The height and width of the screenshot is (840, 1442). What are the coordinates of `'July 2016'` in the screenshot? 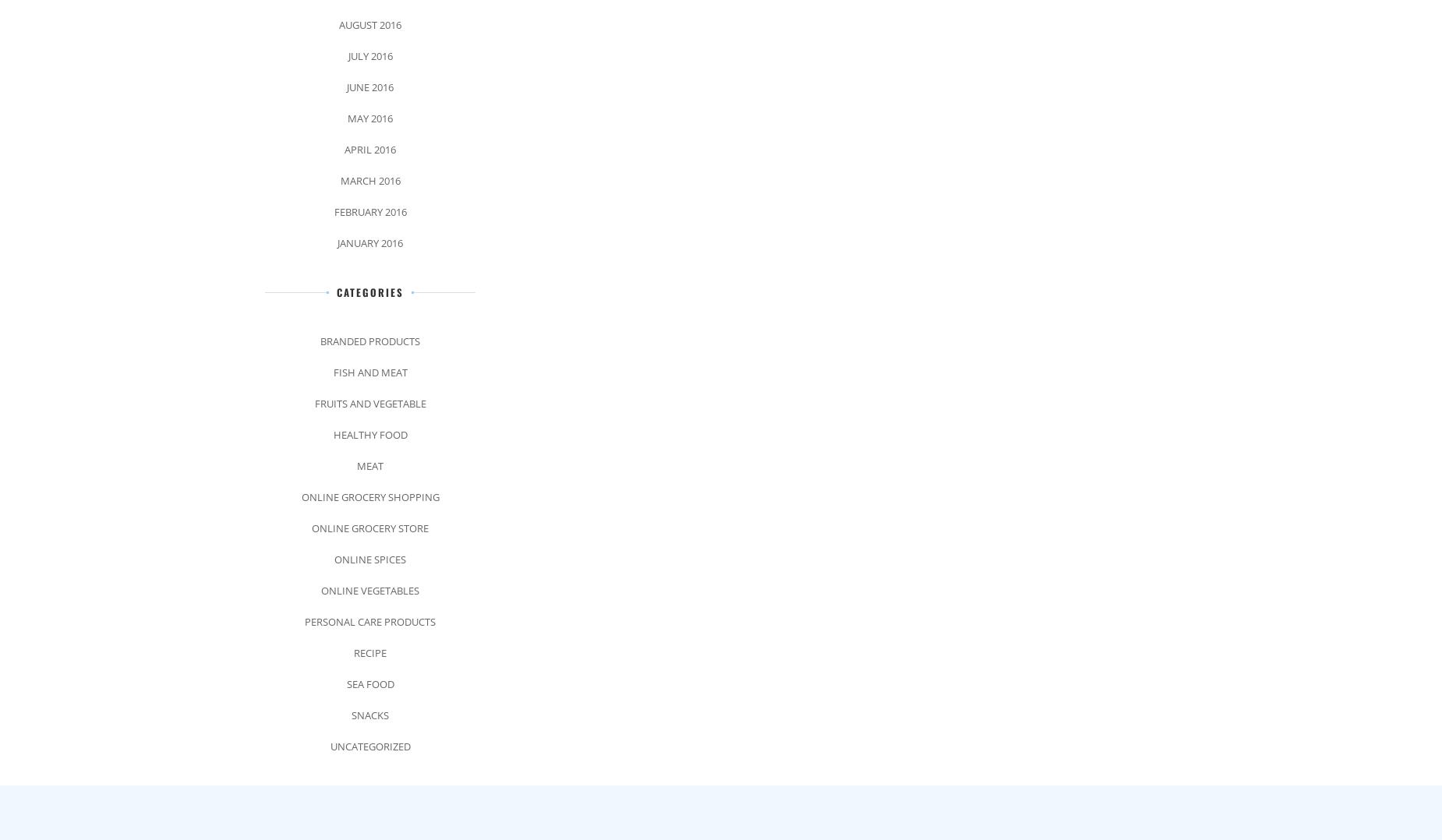 It's located at (369, 55).